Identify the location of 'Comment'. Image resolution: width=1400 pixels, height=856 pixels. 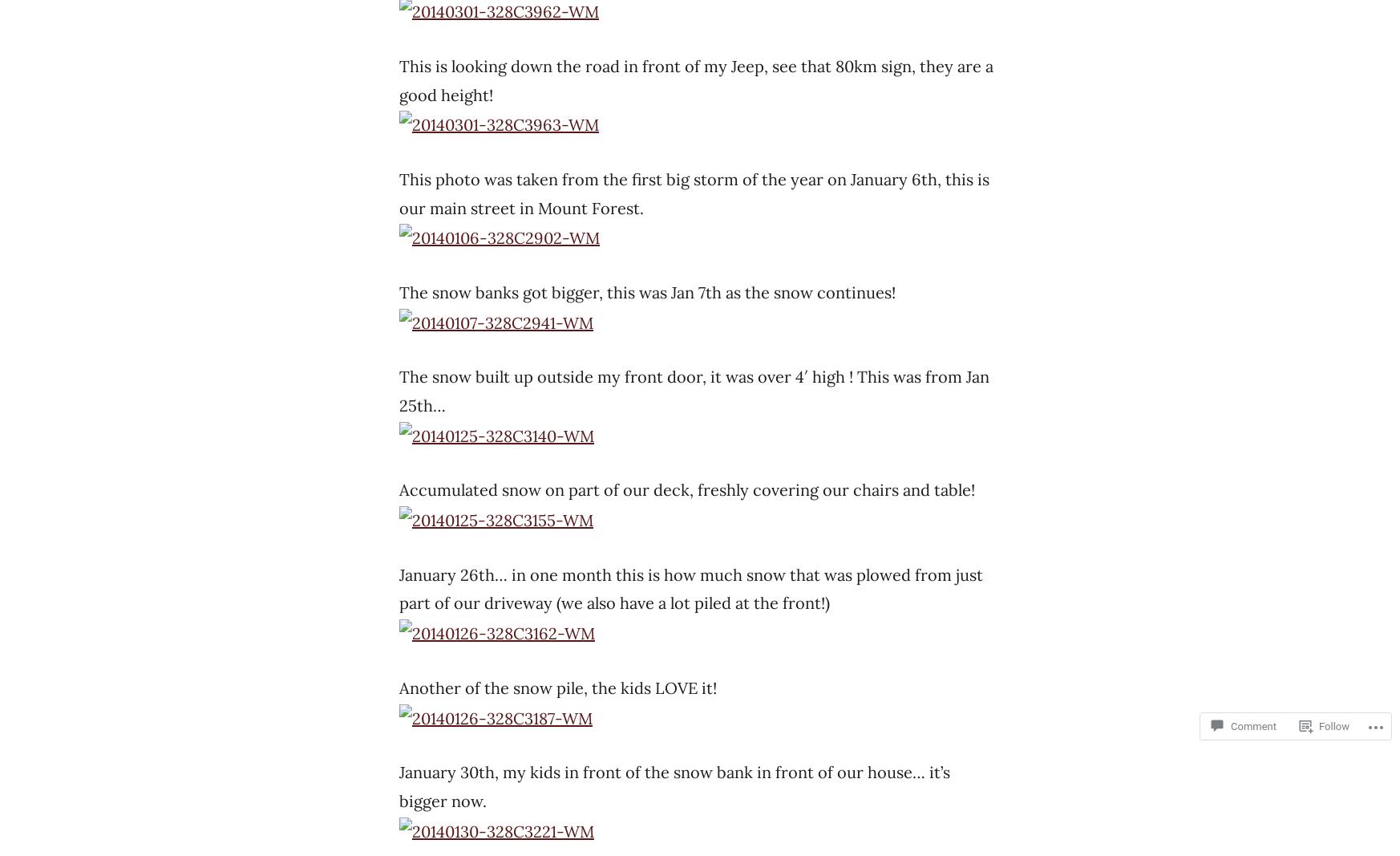
(1253, 726).